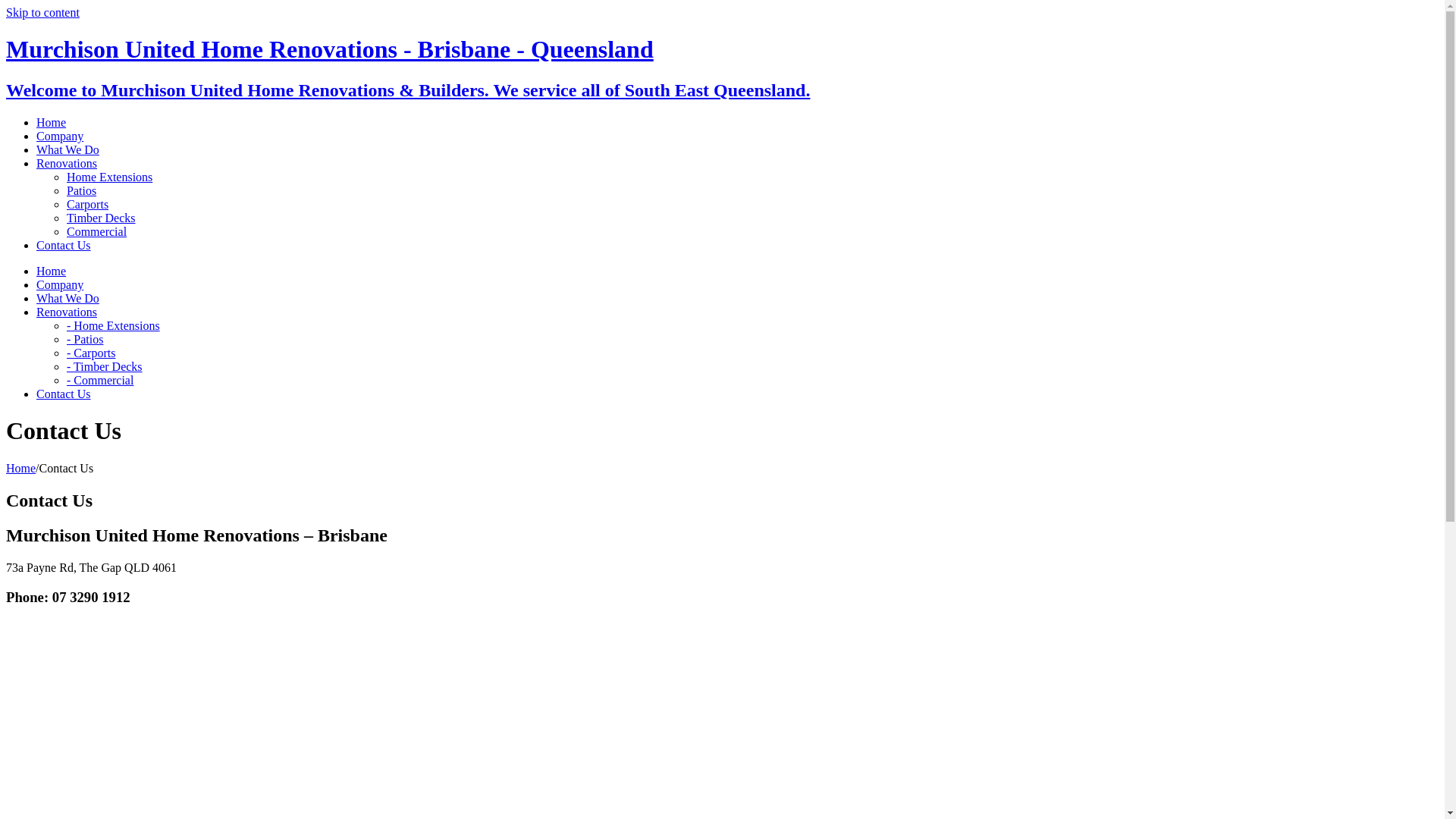  I want to click on '- Carports', so click(65, 353).